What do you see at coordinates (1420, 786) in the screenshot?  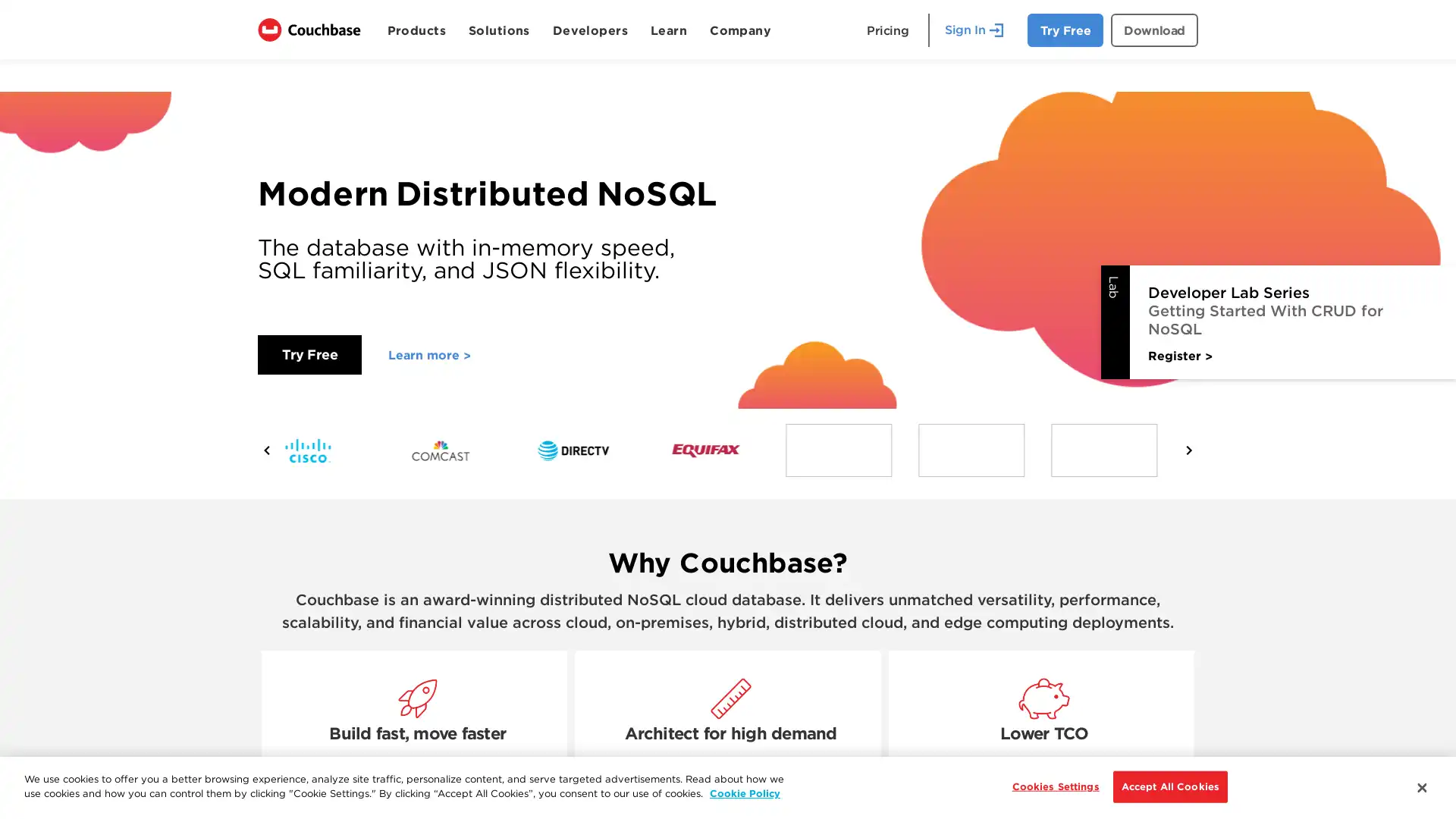 I see `Close` at bounding box center [1420, 786].